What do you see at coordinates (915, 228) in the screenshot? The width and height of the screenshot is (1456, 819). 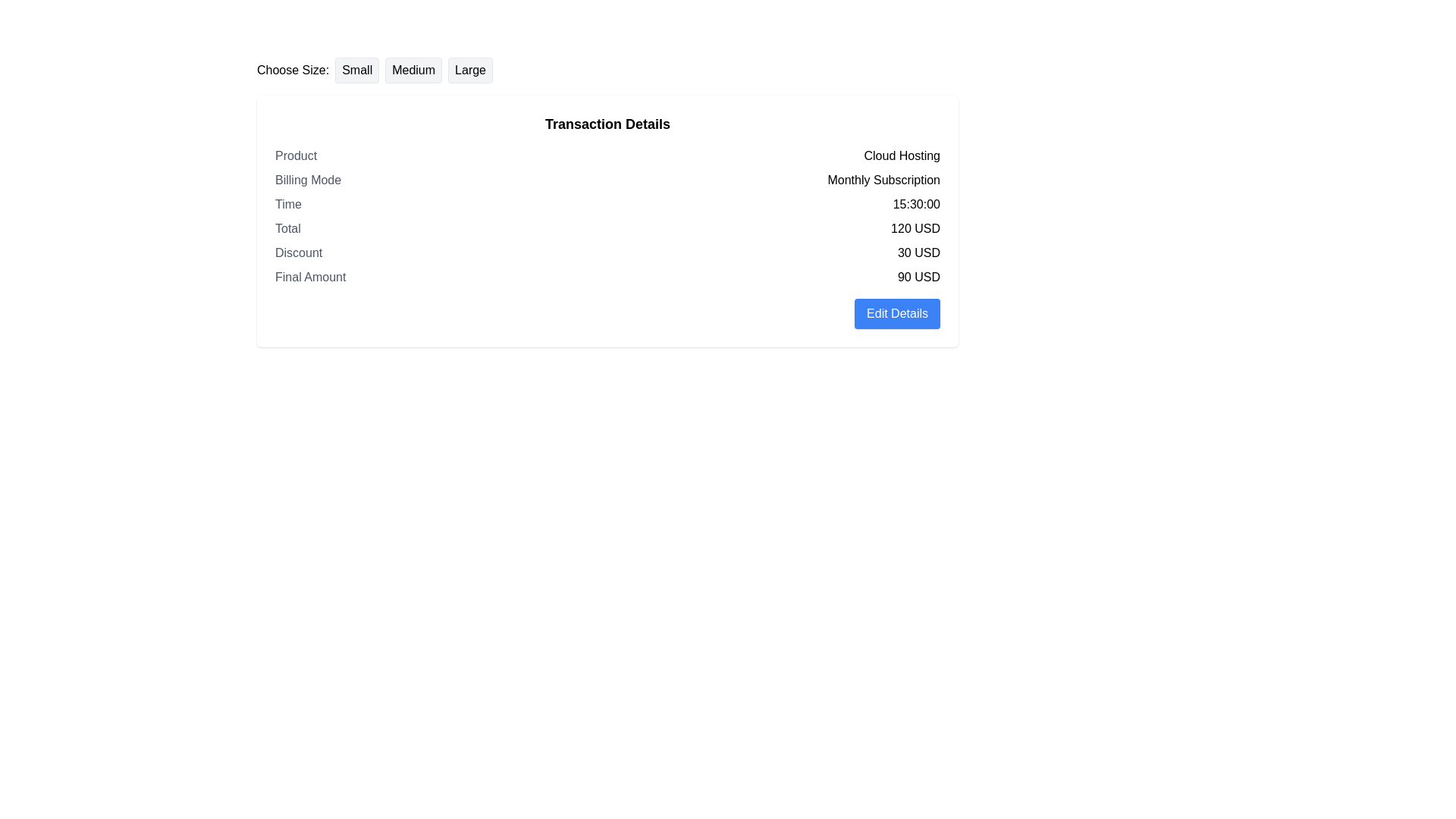 I see `the total amount display in the 'Transaction Details' section, which shows the sum total for a specific transaction and is aligned to the right of the 'Total' label` at bounding box center [915, 228].